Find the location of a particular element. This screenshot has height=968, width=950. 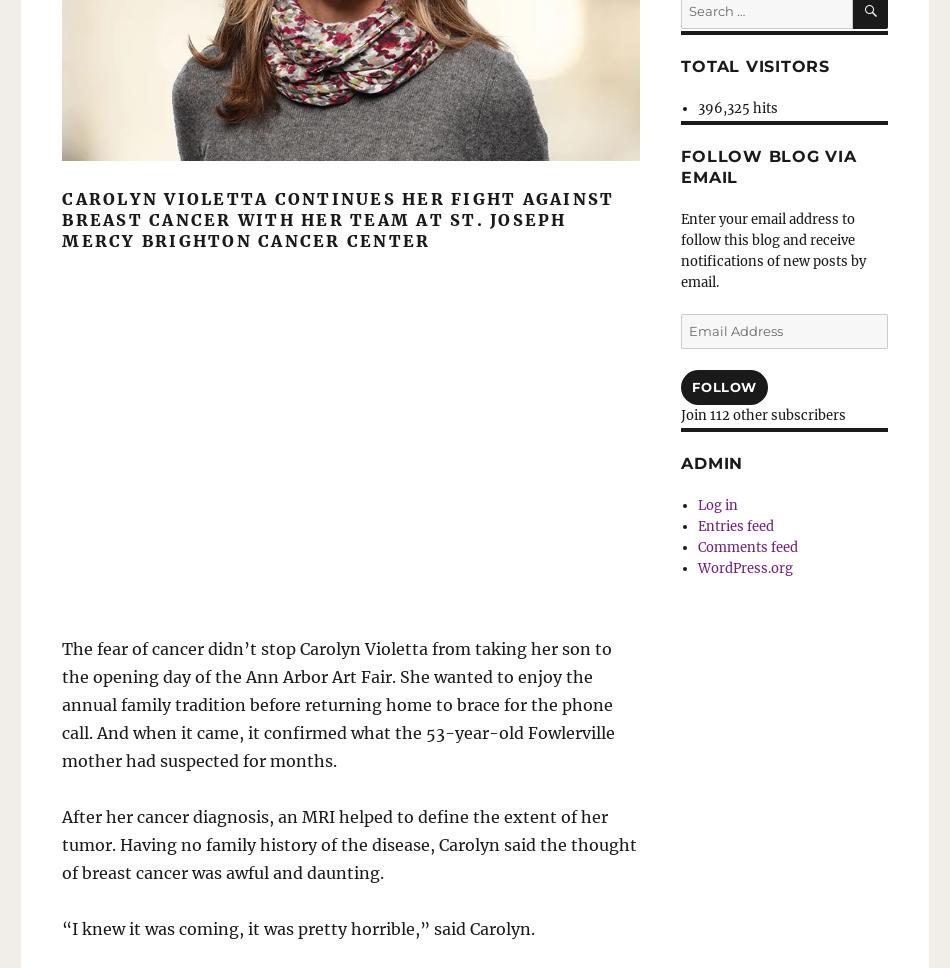

'Total Visitors' is located at coordinates (753, 64).